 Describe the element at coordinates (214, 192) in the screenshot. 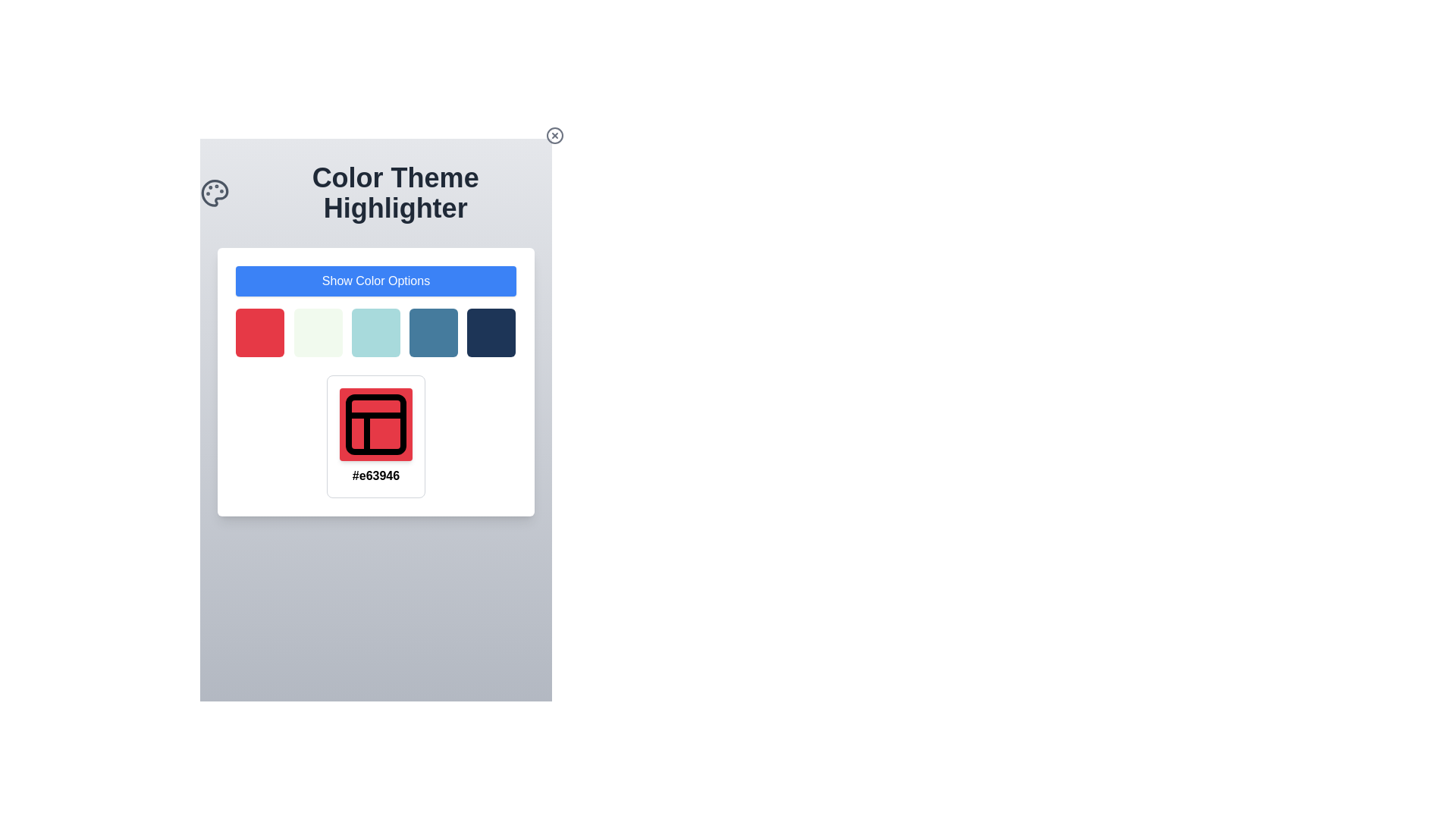

I see `the stylized painting palette icon located to the far left of the text 'Color Theme Highlighter'` at that location.